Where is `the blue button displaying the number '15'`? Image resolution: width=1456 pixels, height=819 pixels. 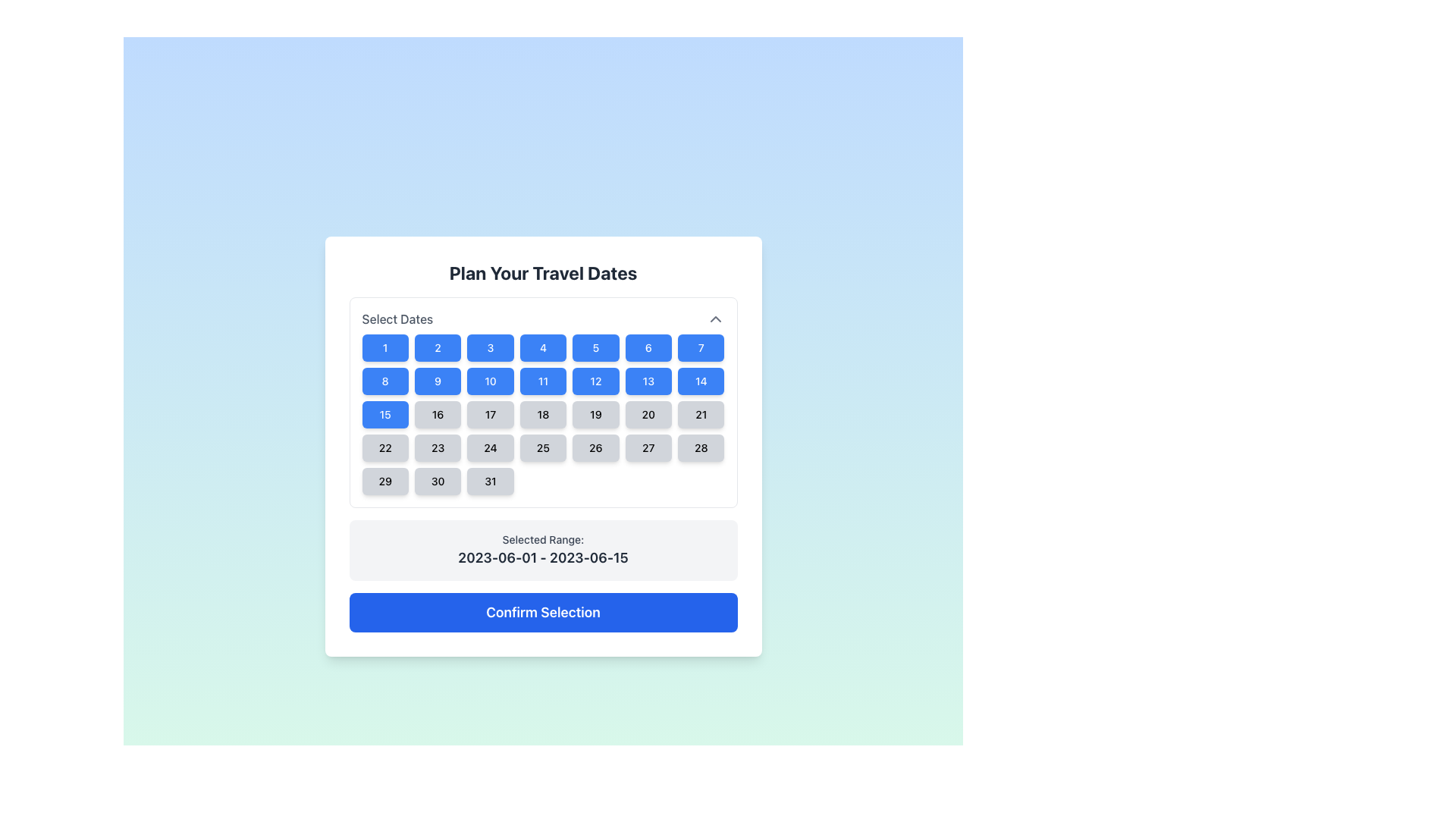
the blue button displaying the number '15' is located at coordinates (385, 415).